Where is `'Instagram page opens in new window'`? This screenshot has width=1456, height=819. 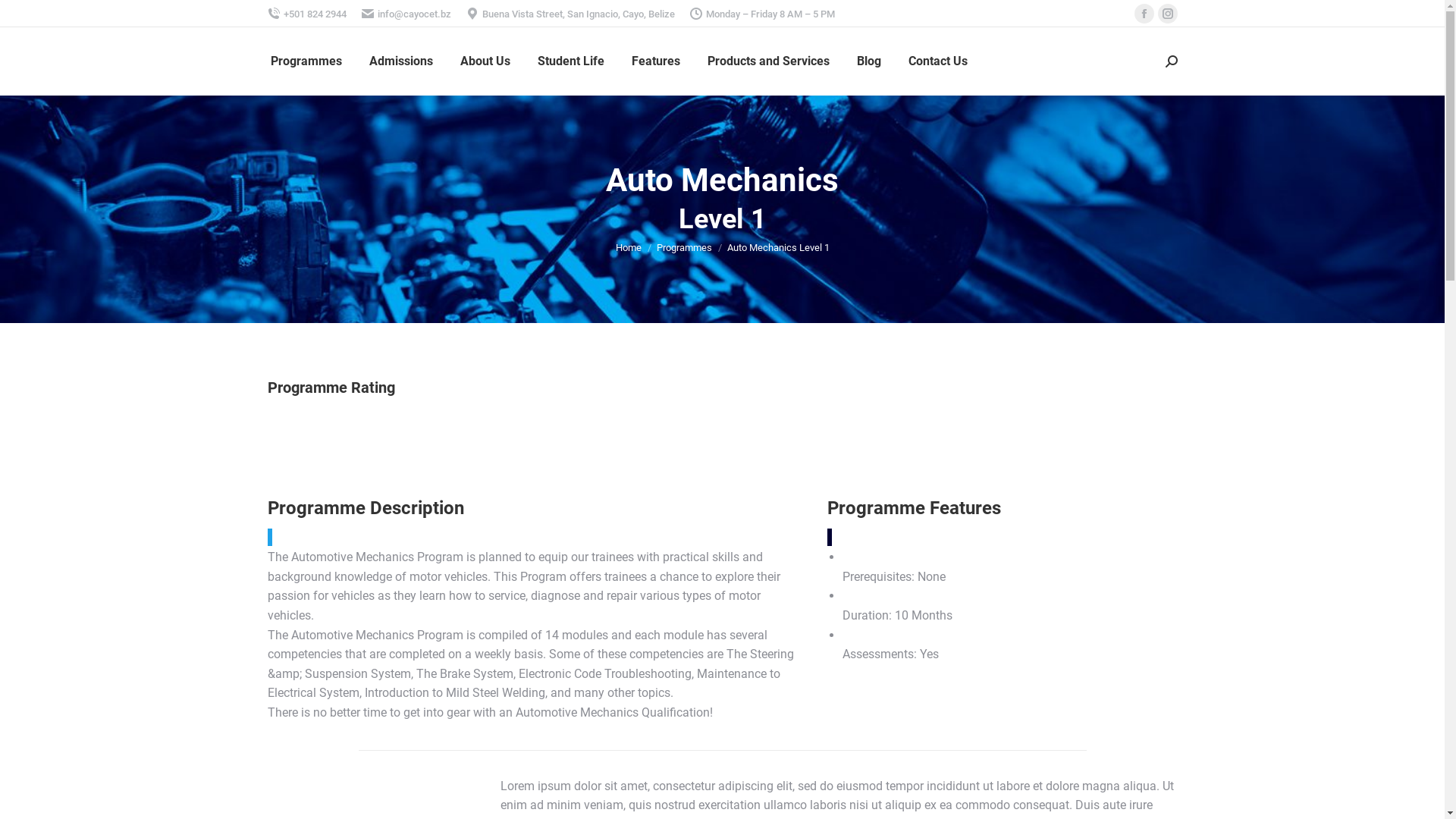 'Instagram page opens in new window' is located at coordinates (1166, 14).